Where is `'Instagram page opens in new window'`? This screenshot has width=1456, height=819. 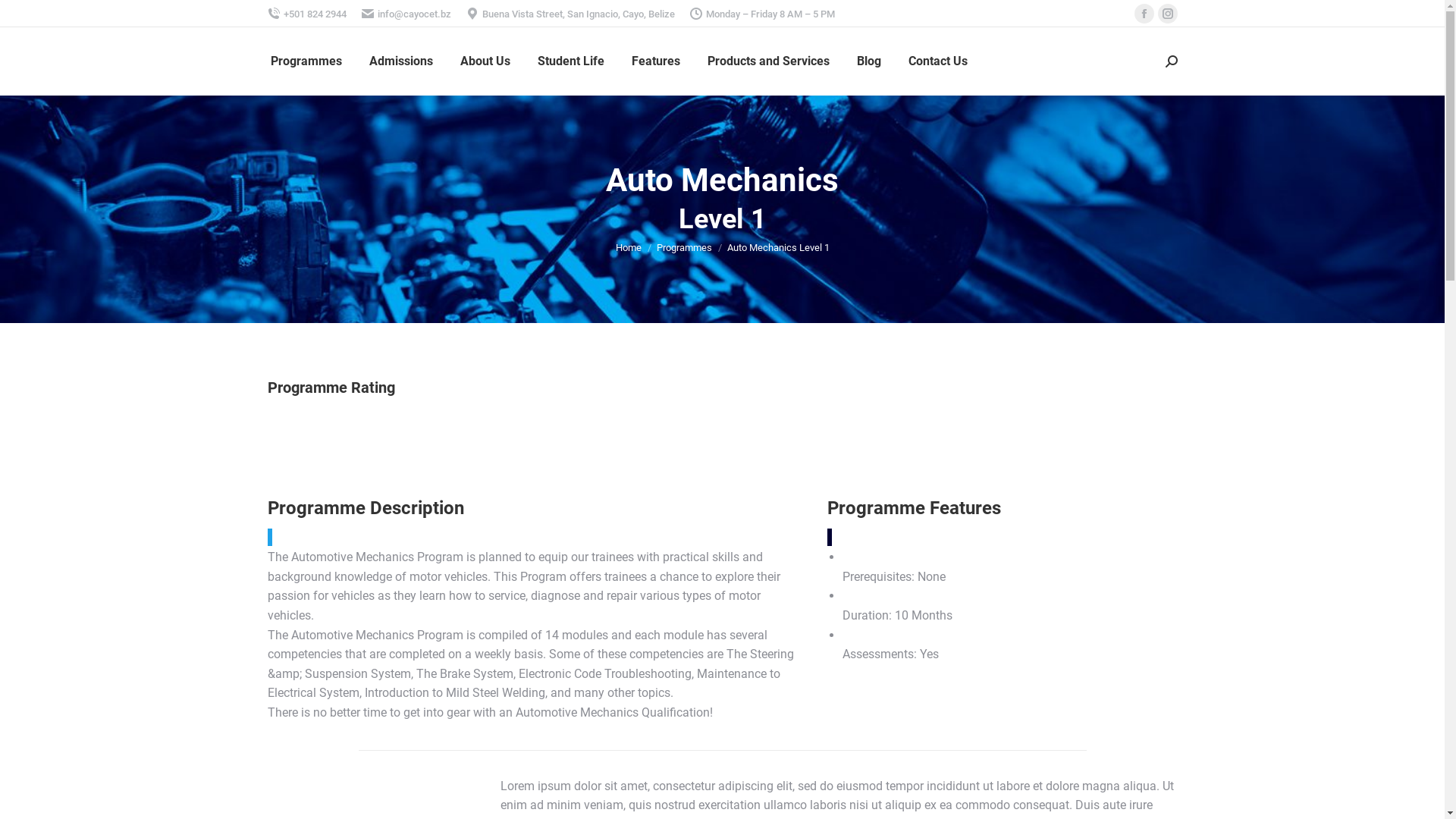 'Instagram page opens in new window' is located at coordinates (1166, 14).